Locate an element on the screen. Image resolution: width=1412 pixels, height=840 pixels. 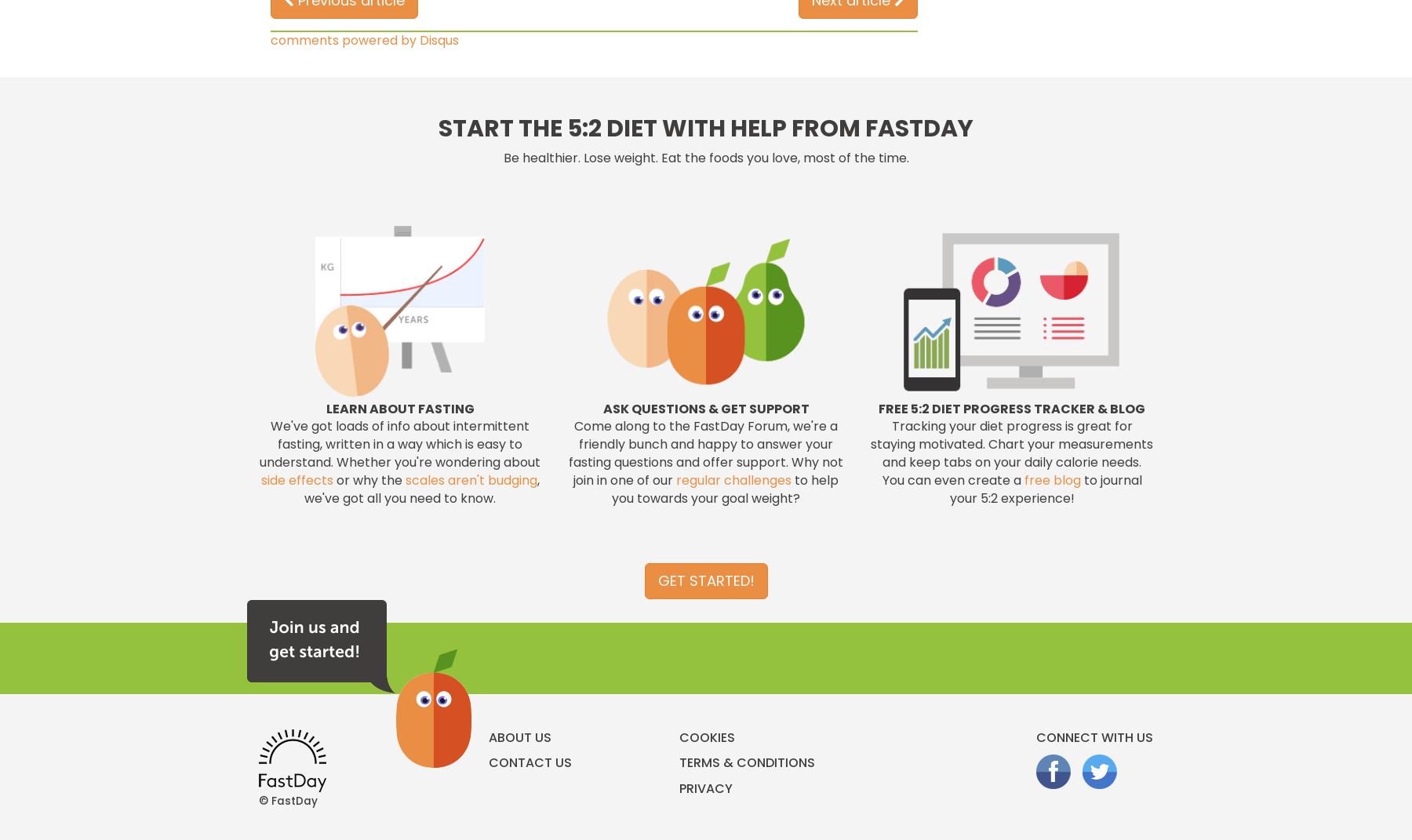
'to help you towards your goal weight?' is located at coordinates (724, 488).